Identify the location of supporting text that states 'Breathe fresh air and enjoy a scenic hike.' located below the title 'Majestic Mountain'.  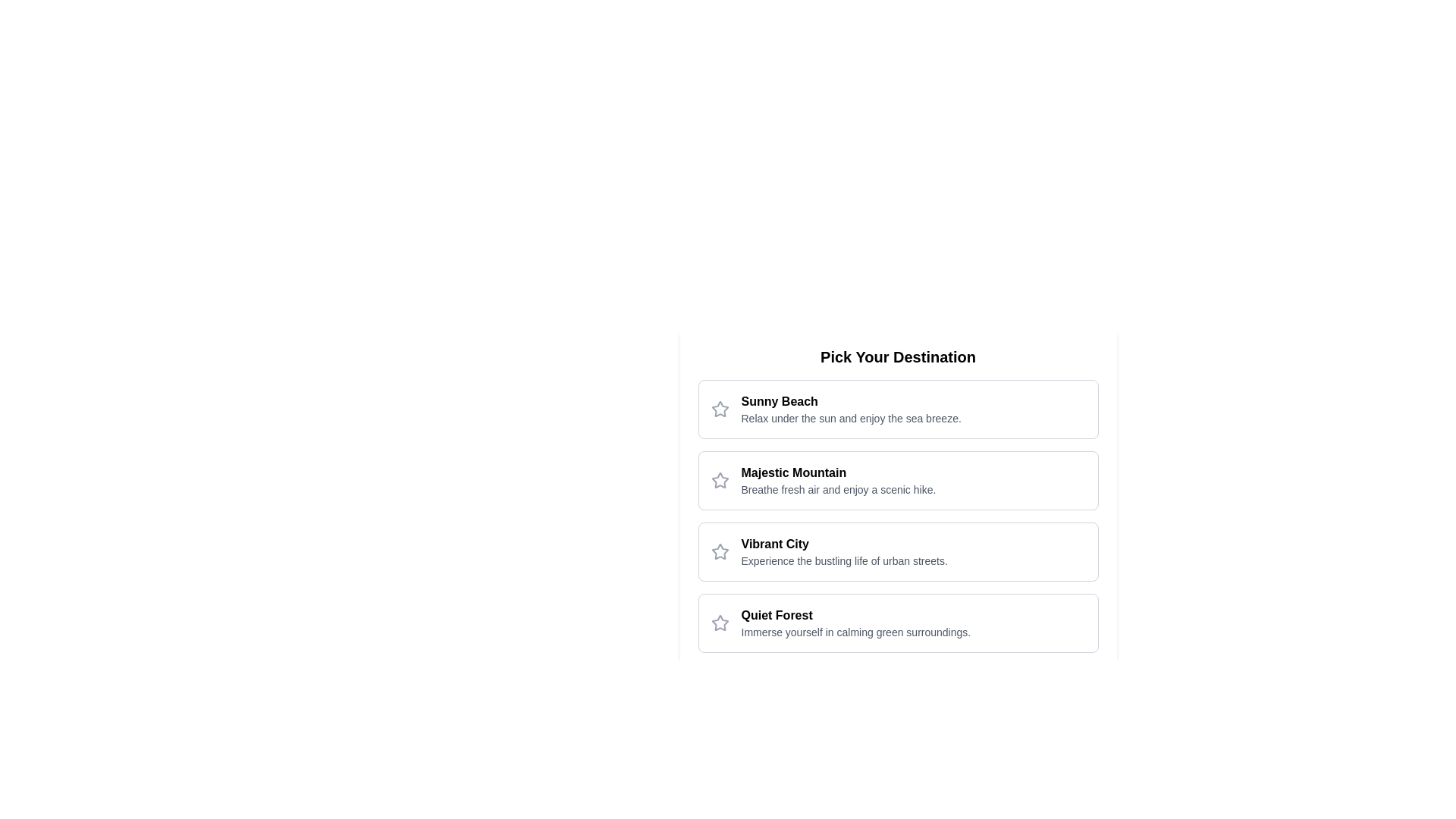
(837, 489).